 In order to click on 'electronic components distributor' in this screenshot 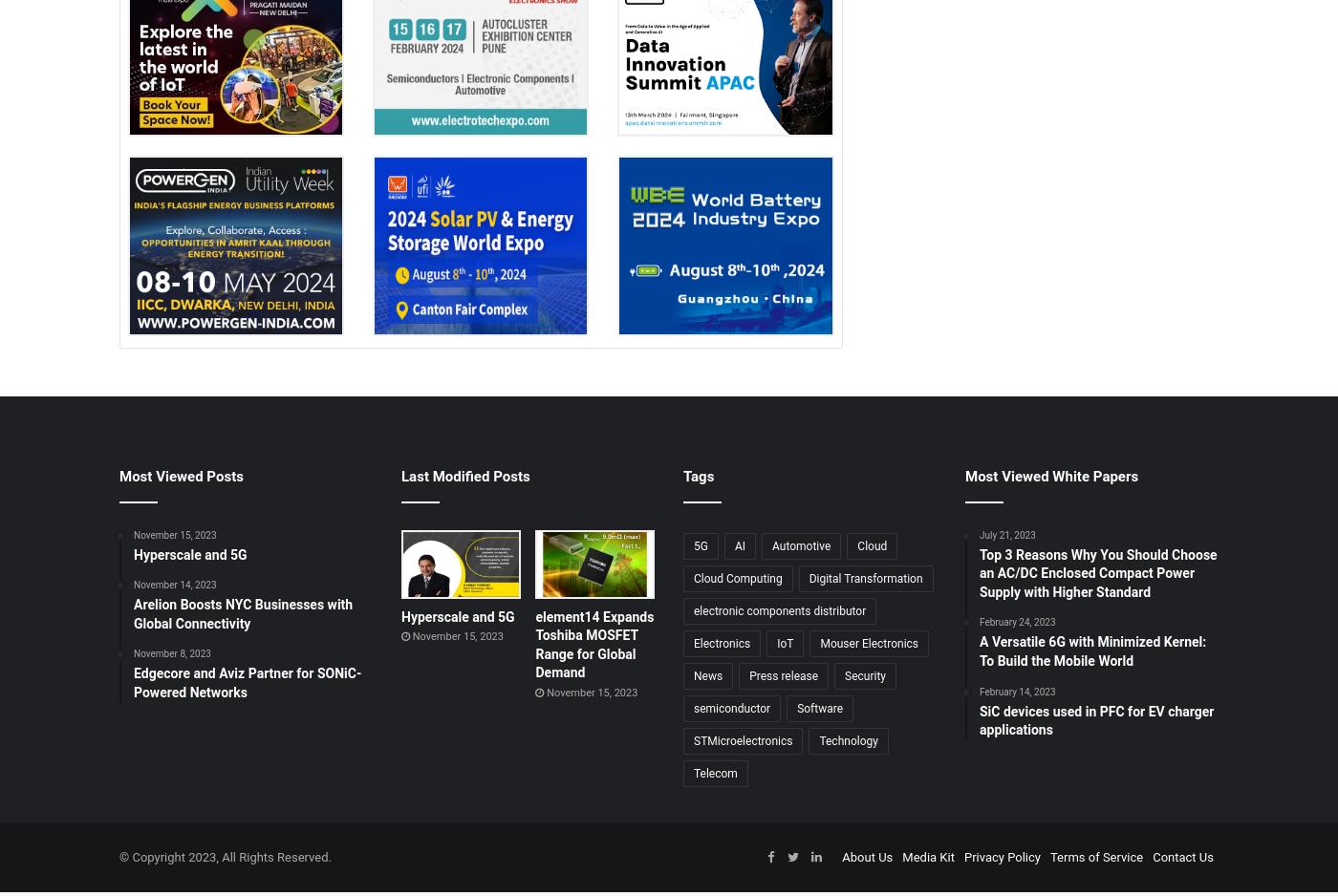, I will do `click(694, 608)`.